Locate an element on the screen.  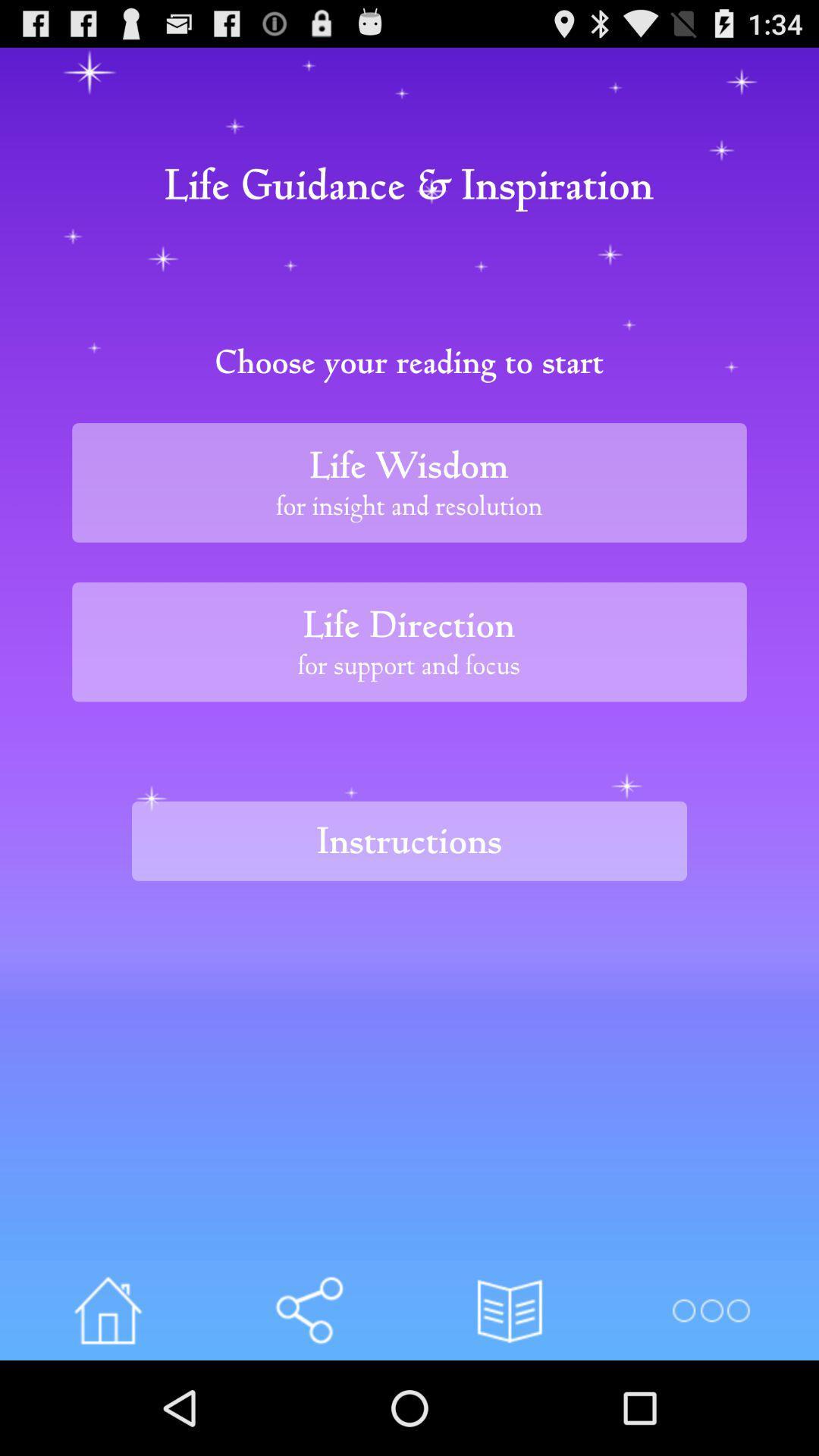
read option is located at coordinates (510, 1310).